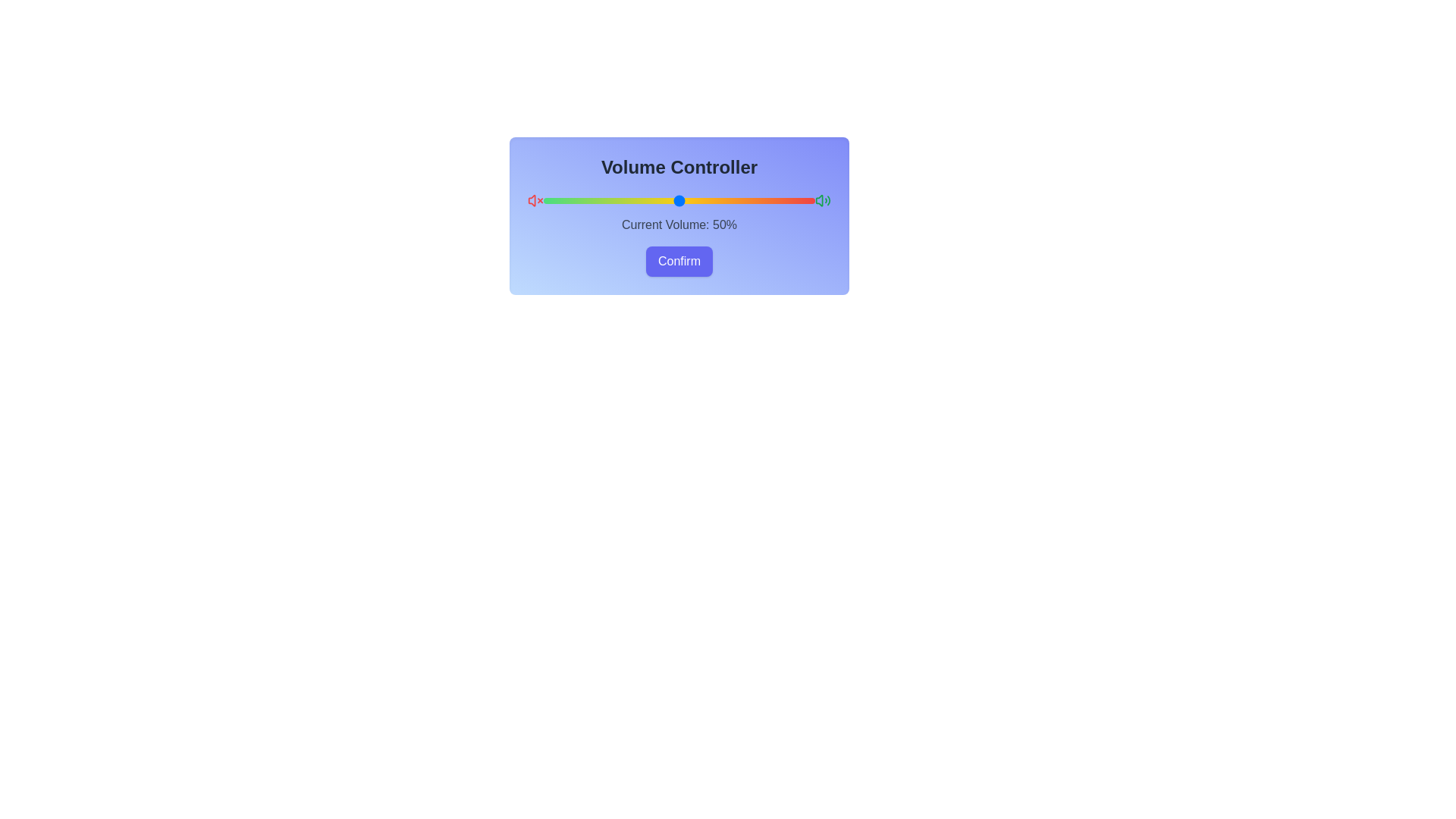 Image resolution: width=1456 pixels, height=819 pixels. What do you see at coordinates (708, 200) in the screenshot?
I see `the volume slider to set the volume to 61%` at bounding box center [708, 200].